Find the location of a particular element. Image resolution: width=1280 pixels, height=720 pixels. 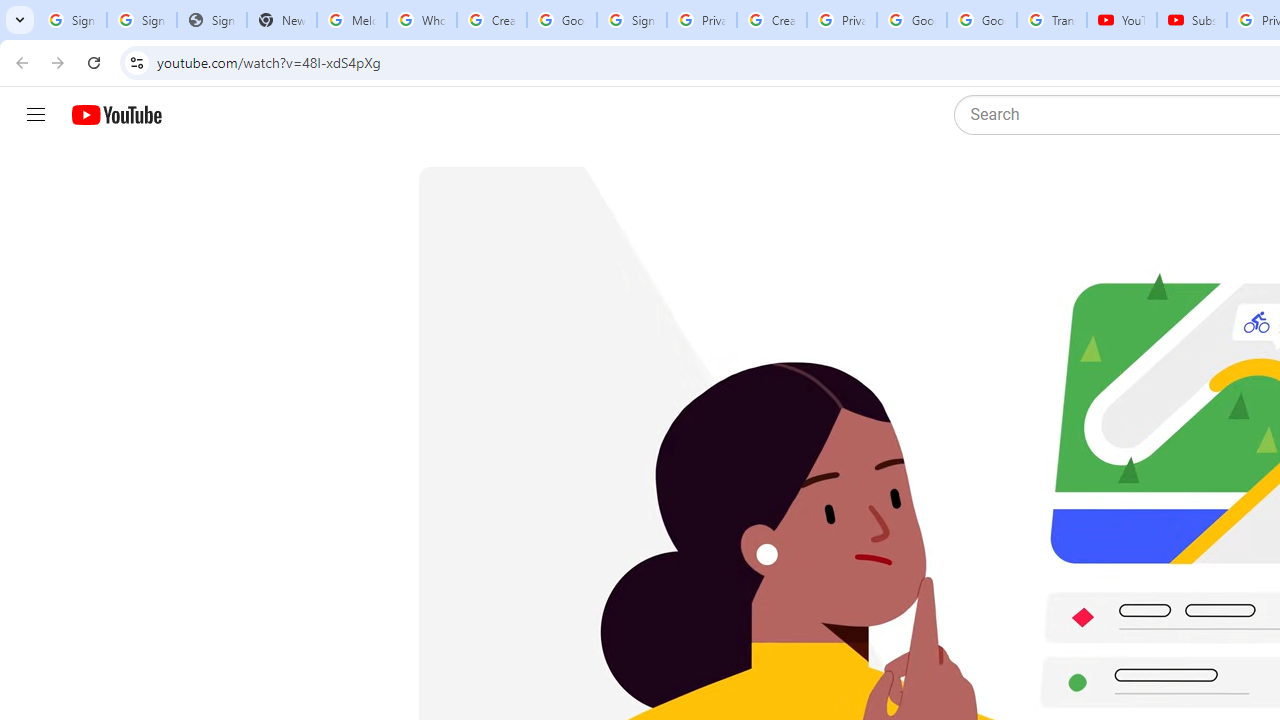

'Create your Google Account' is located at coordinates (492, 20).